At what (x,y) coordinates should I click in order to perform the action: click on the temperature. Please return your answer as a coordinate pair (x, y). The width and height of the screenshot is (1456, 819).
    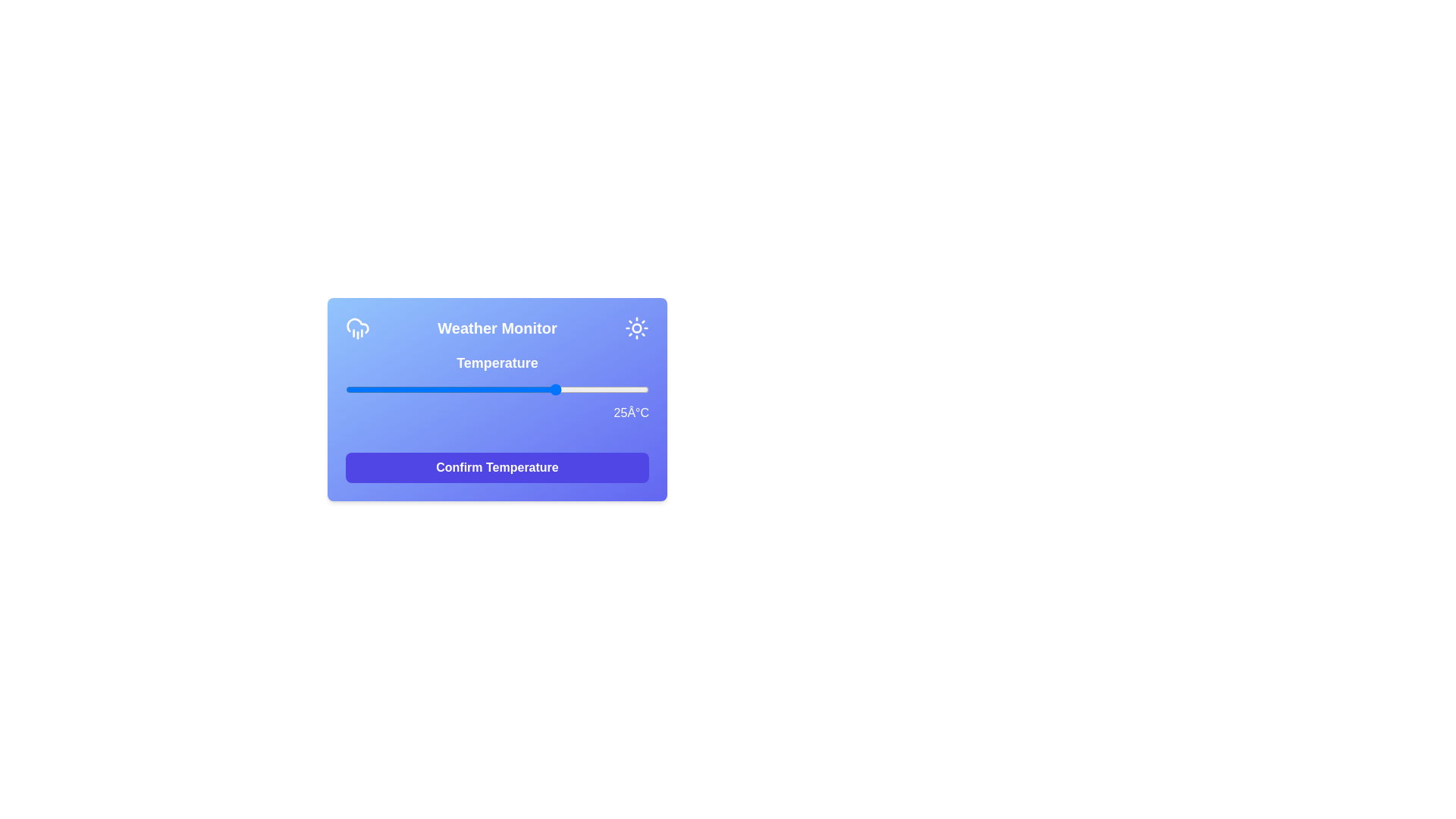
    Looking at the image, I should click on (593, 388).